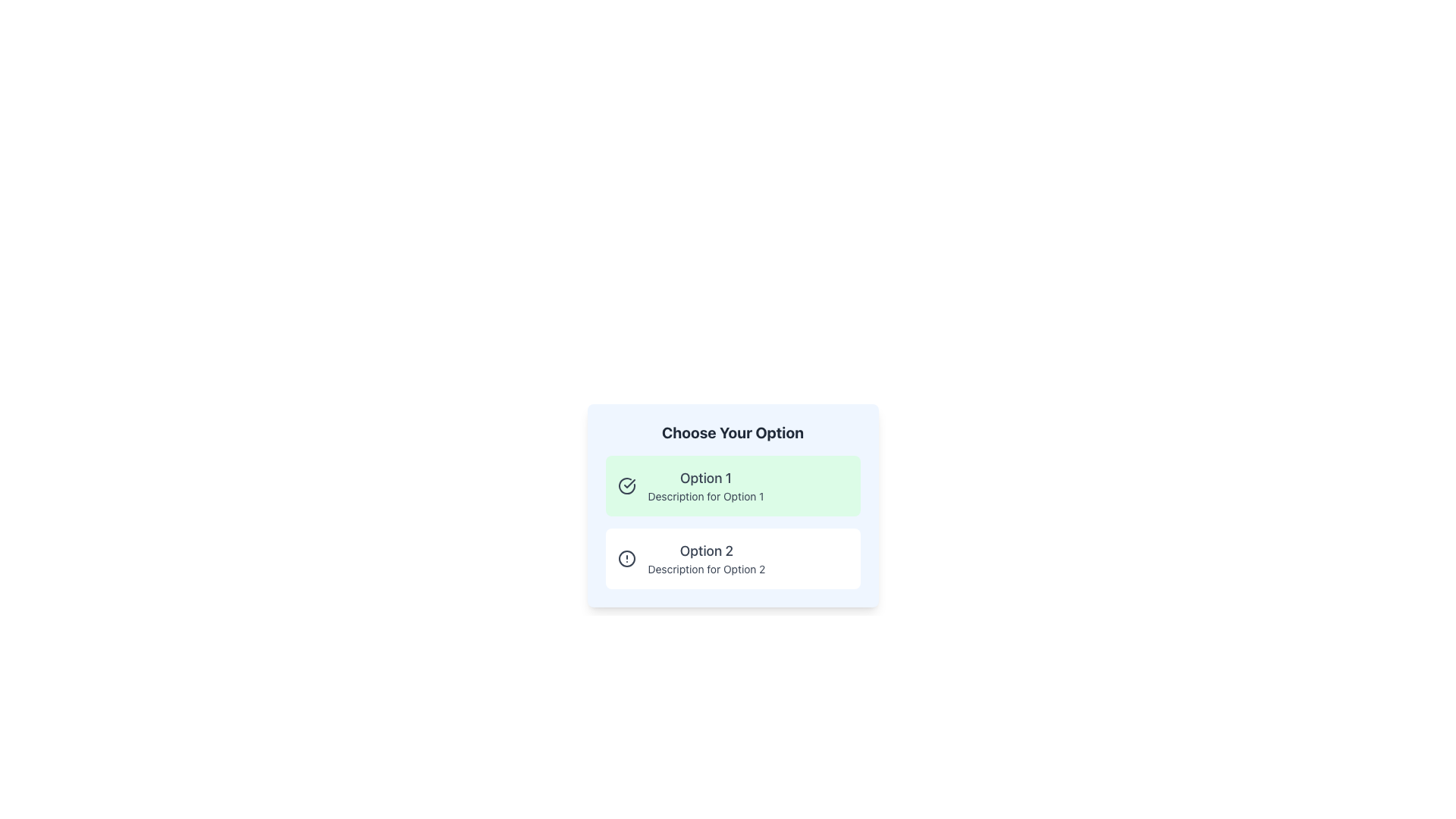 This screenshot has height=819, width=1456. What do you see at coordinates (626, 558) in the screenshot?
I see `the alert icon positioned to the left of the text label 'Option 2'` at bounding box center [626, 558].